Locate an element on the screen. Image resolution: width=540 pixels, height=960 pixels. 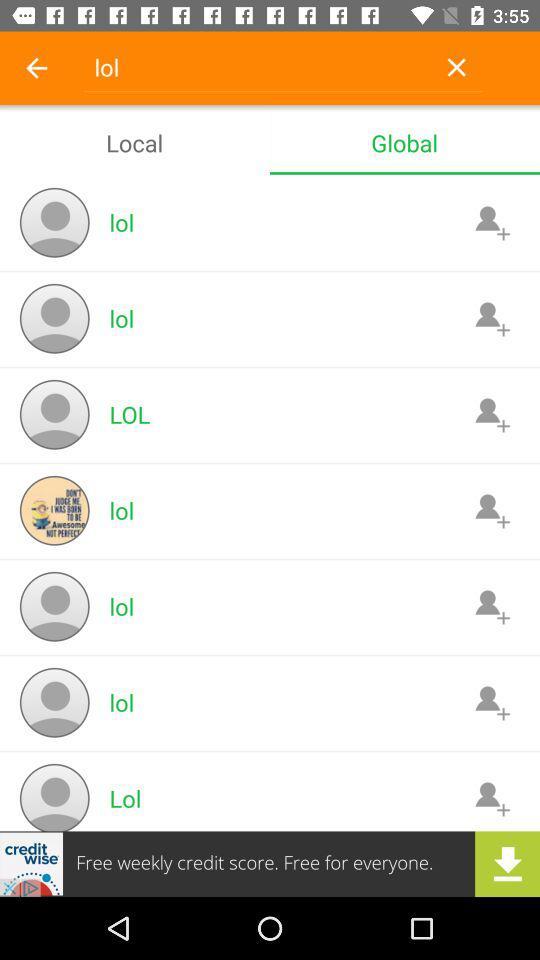
contact is located at coordinates (491, 509).